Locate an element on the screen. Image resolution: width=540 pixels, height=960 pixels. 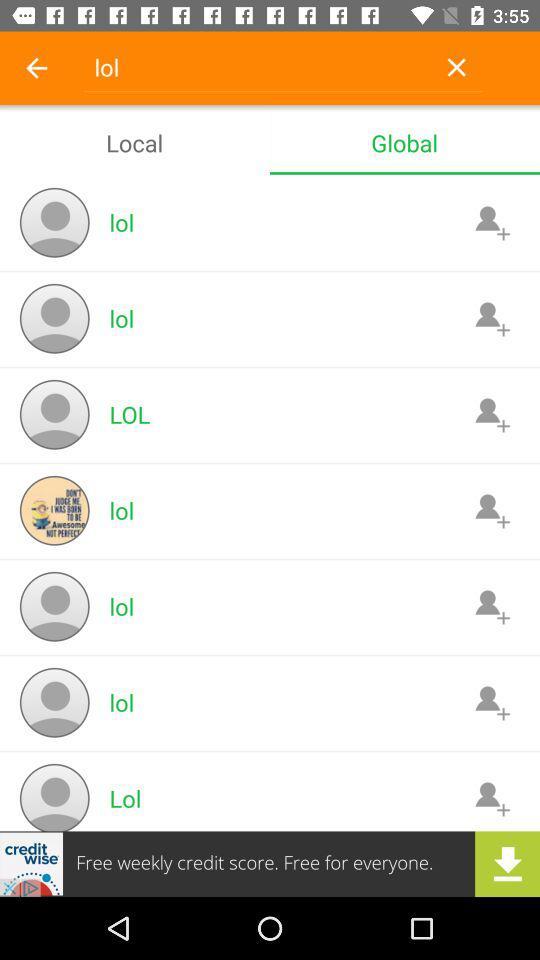
contact is located at coordinates (491, 509).